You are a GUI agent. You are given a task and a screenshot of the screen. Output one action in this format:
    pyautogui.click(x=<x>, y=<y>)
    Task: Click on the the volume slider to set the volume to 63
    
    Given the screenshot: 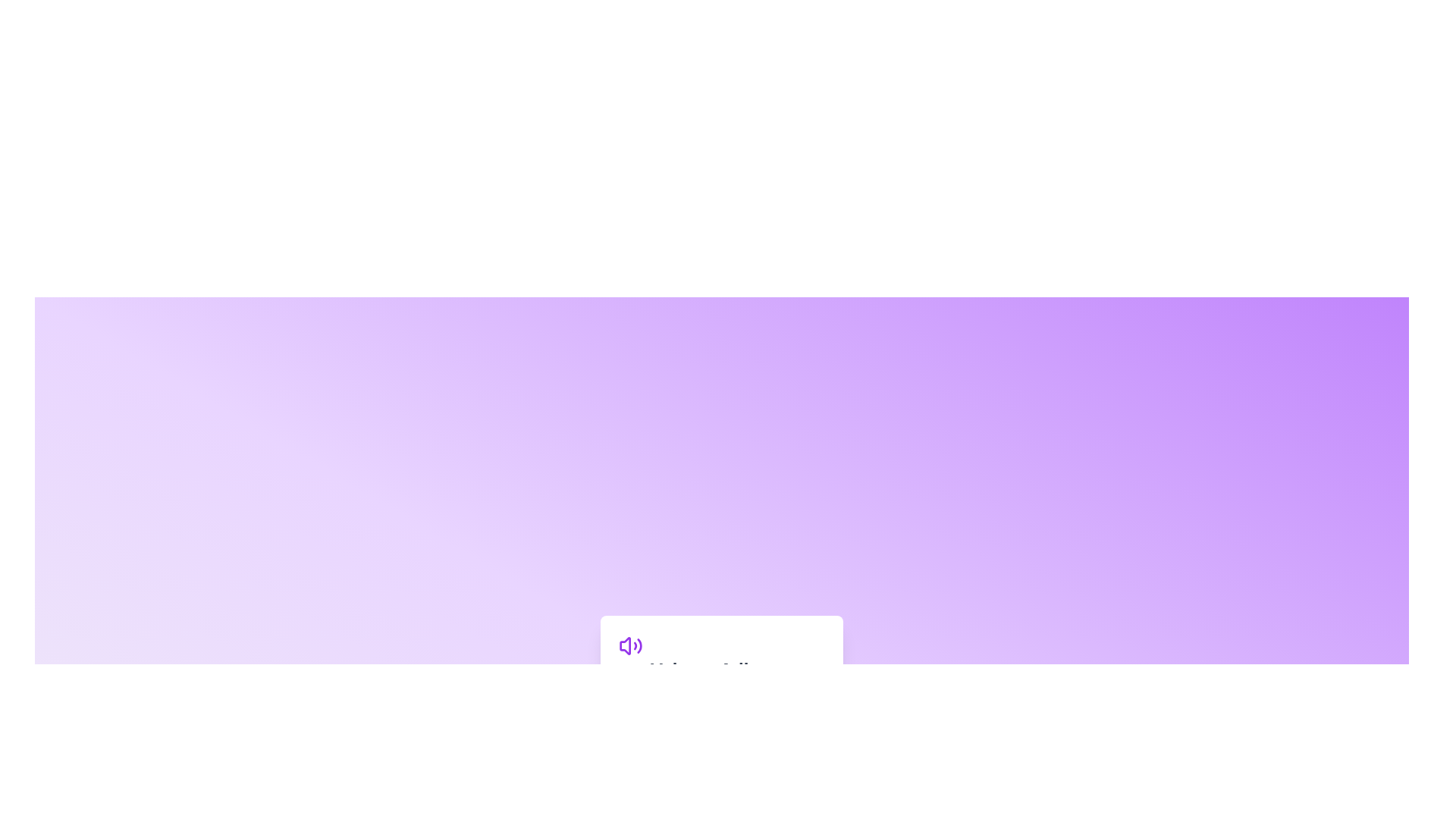 What is the action you would take?
    pyautogui.click(x=748, y=704)
    